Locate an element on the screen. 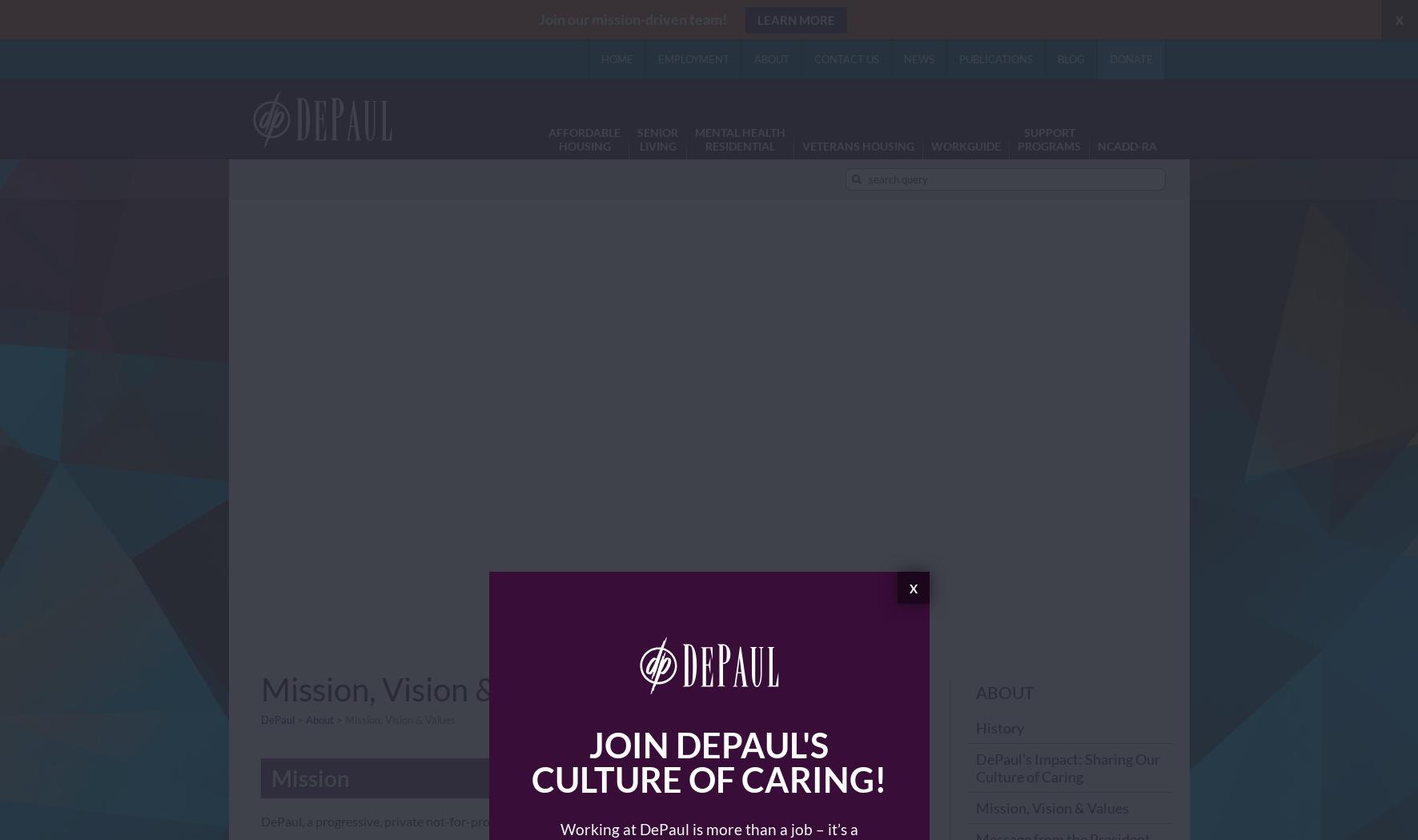 This screenshot has height=840, width=1418. 'DePaul' is located at coordinates (276, 718).